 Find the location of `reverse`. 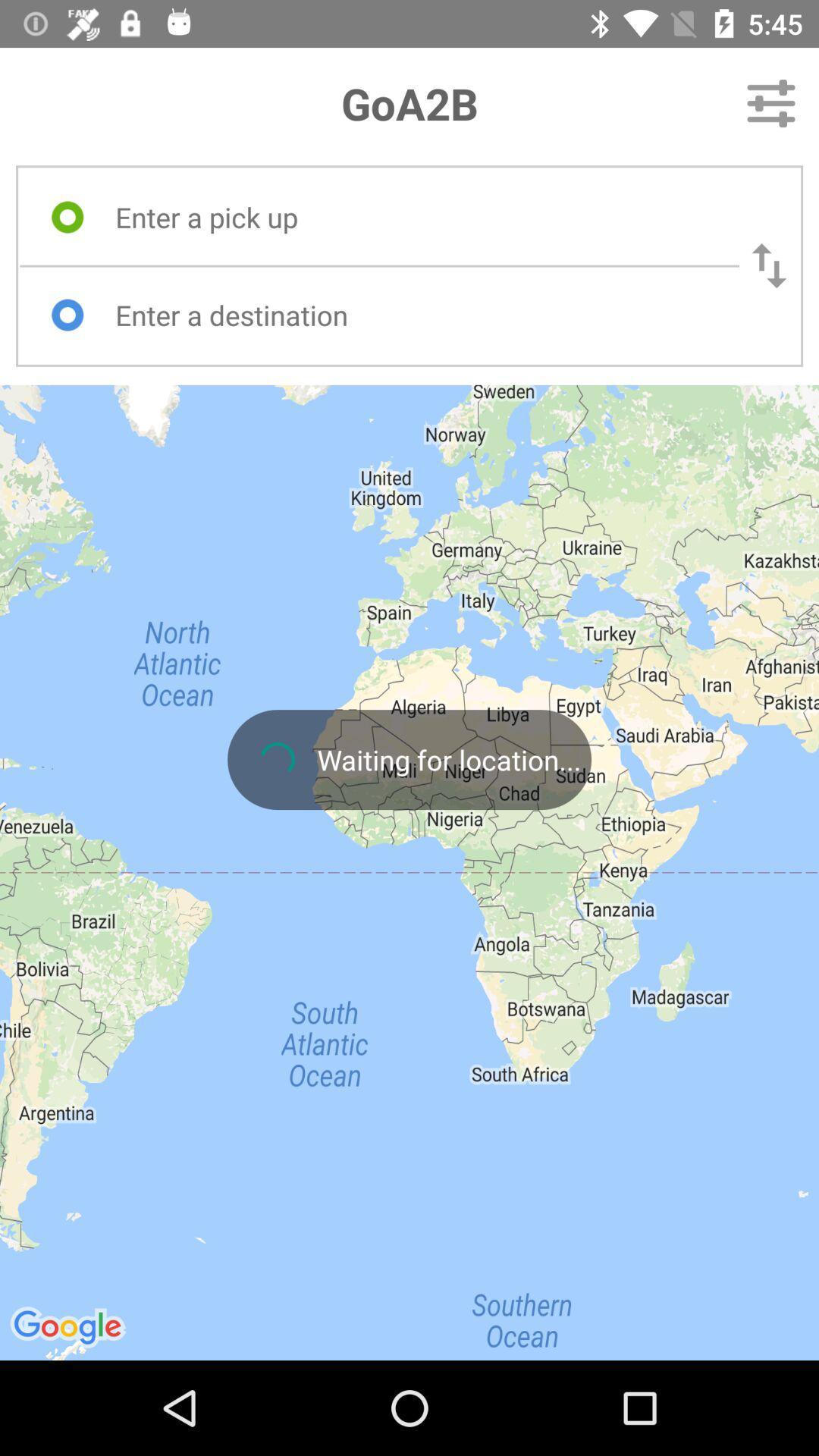

reverse is located at coordinates (769, 265).